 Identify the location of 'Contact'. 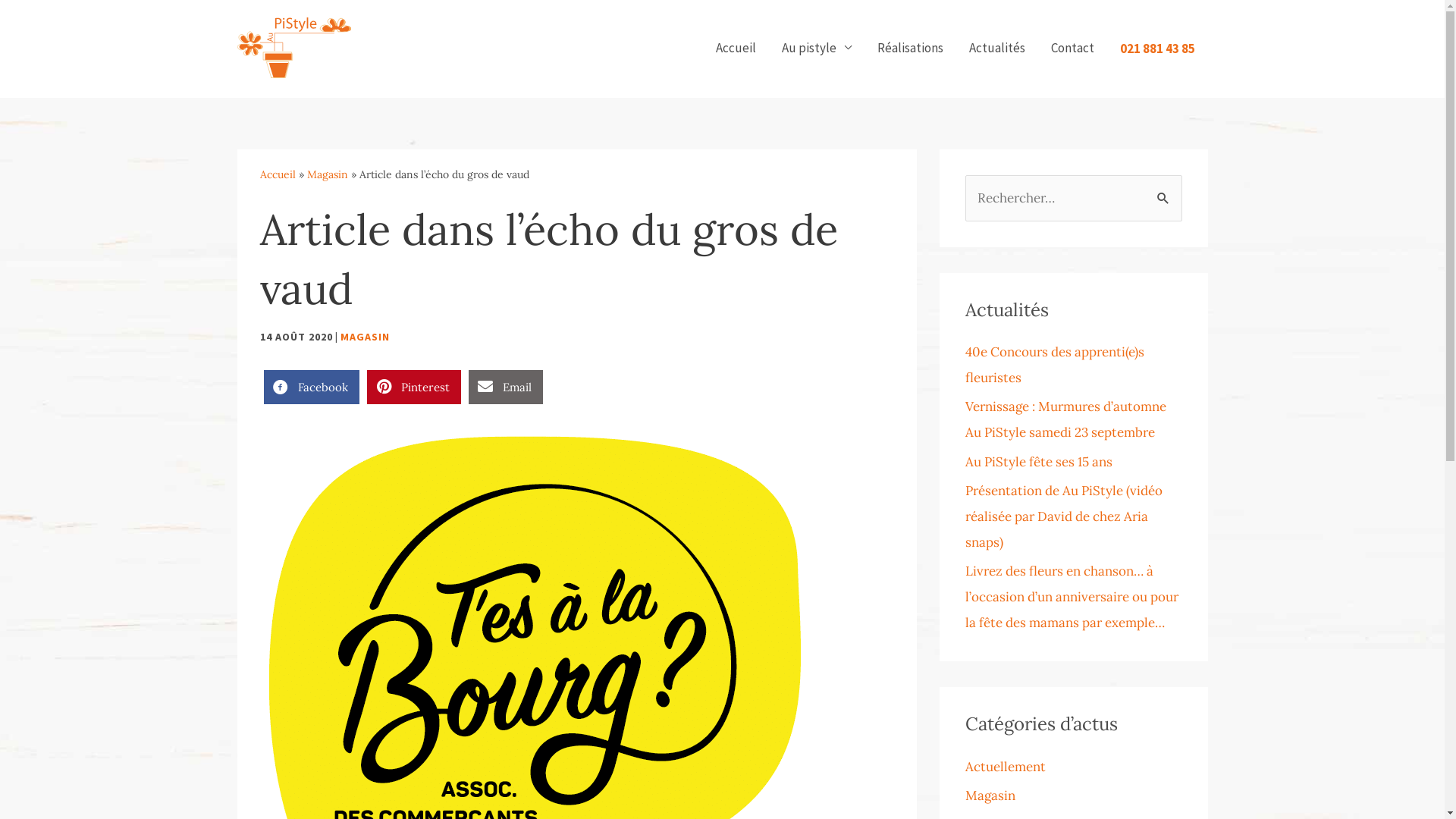
(1037, 46).